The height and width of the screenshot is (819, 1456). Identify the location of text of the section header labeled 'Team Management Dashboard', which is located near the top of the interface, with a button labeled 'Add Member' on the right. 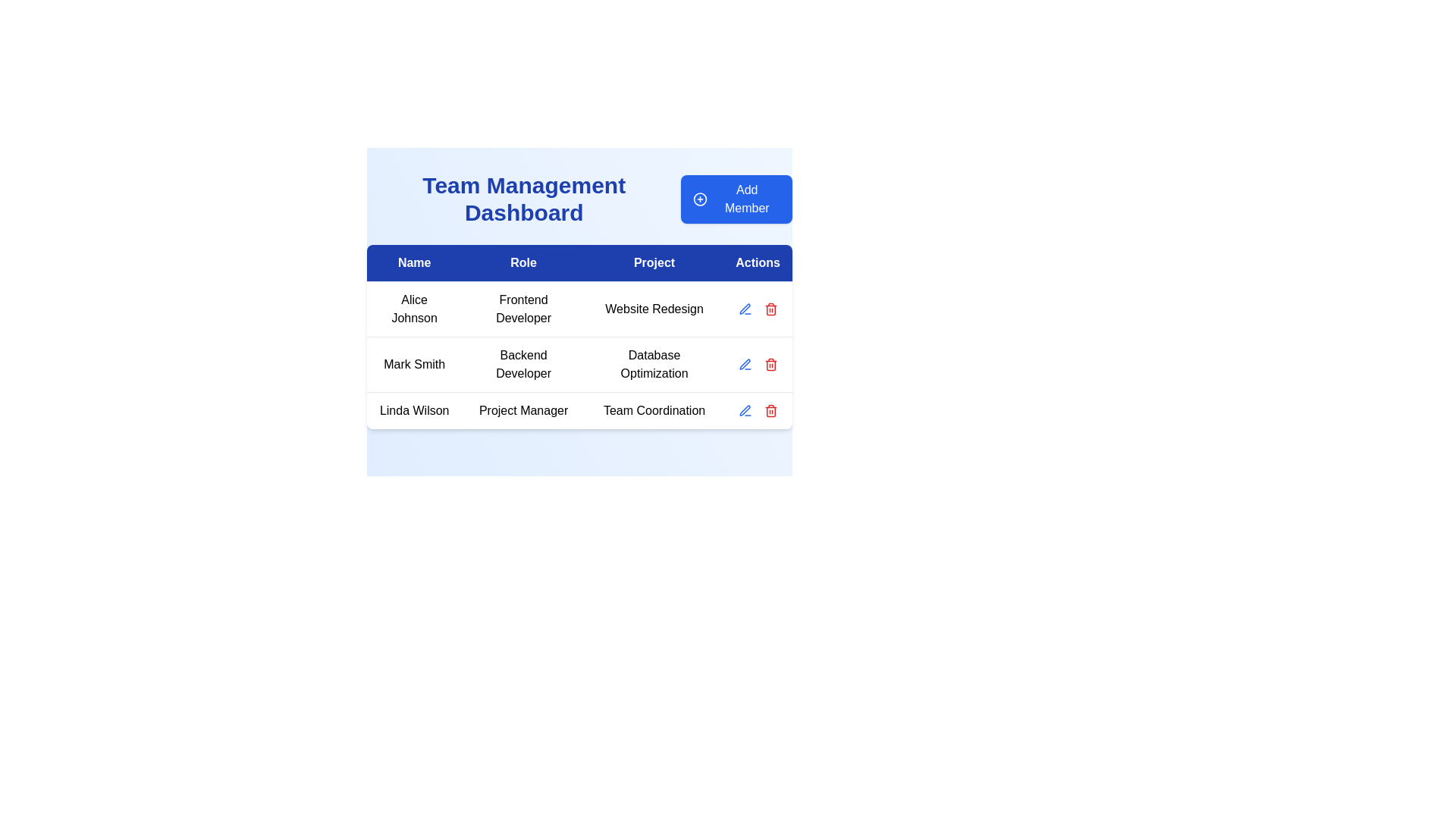
(579, 198).